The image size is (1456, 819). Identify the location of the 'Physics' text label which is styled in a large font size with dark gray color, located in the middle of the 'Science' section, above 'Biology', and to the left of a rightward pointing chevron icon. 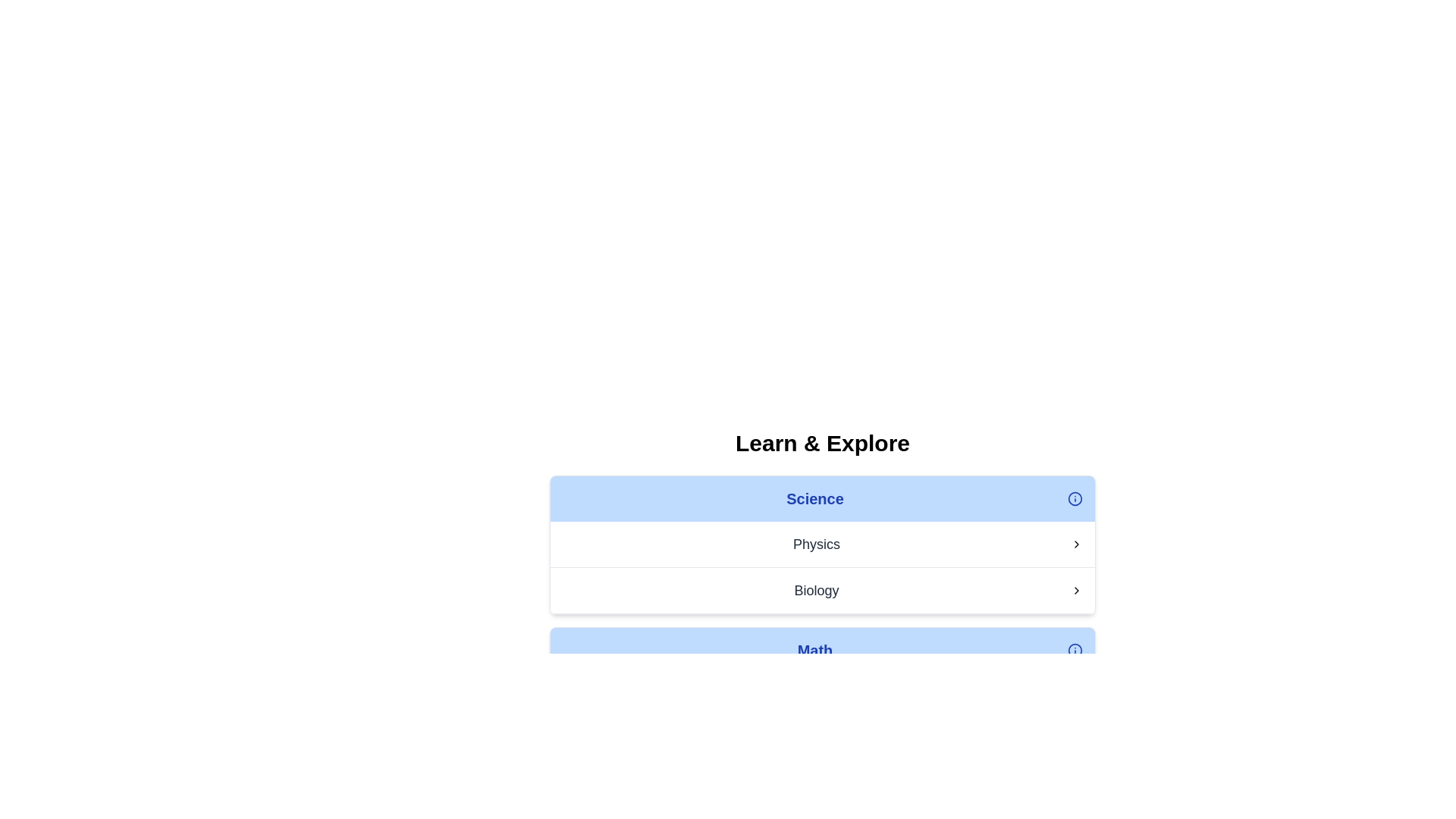
(815, 543).